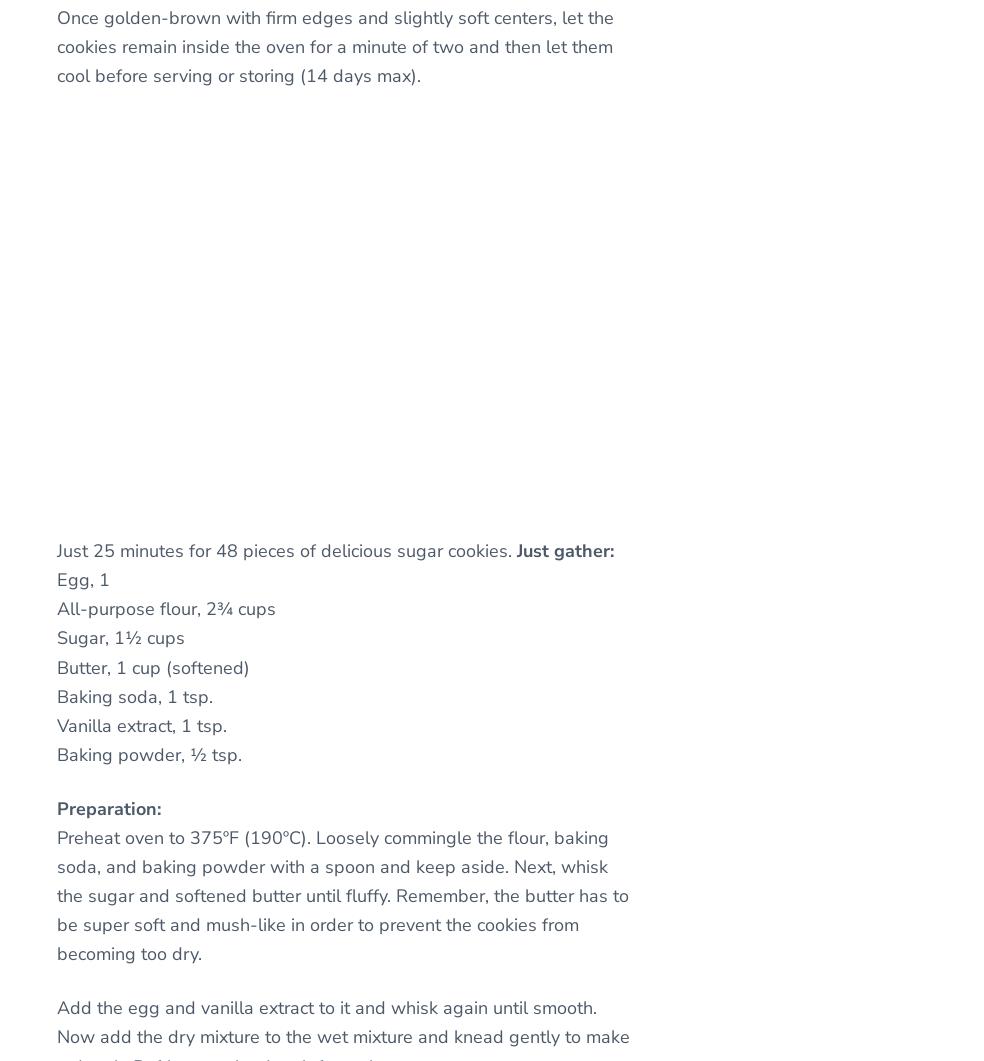 This screenshot has width=984, height=1061. What do you see at coordinates (141, 724) in the screenshot?
I see `'Vanilla extract, 1 tsp.'` at bounding box center [141, 724].